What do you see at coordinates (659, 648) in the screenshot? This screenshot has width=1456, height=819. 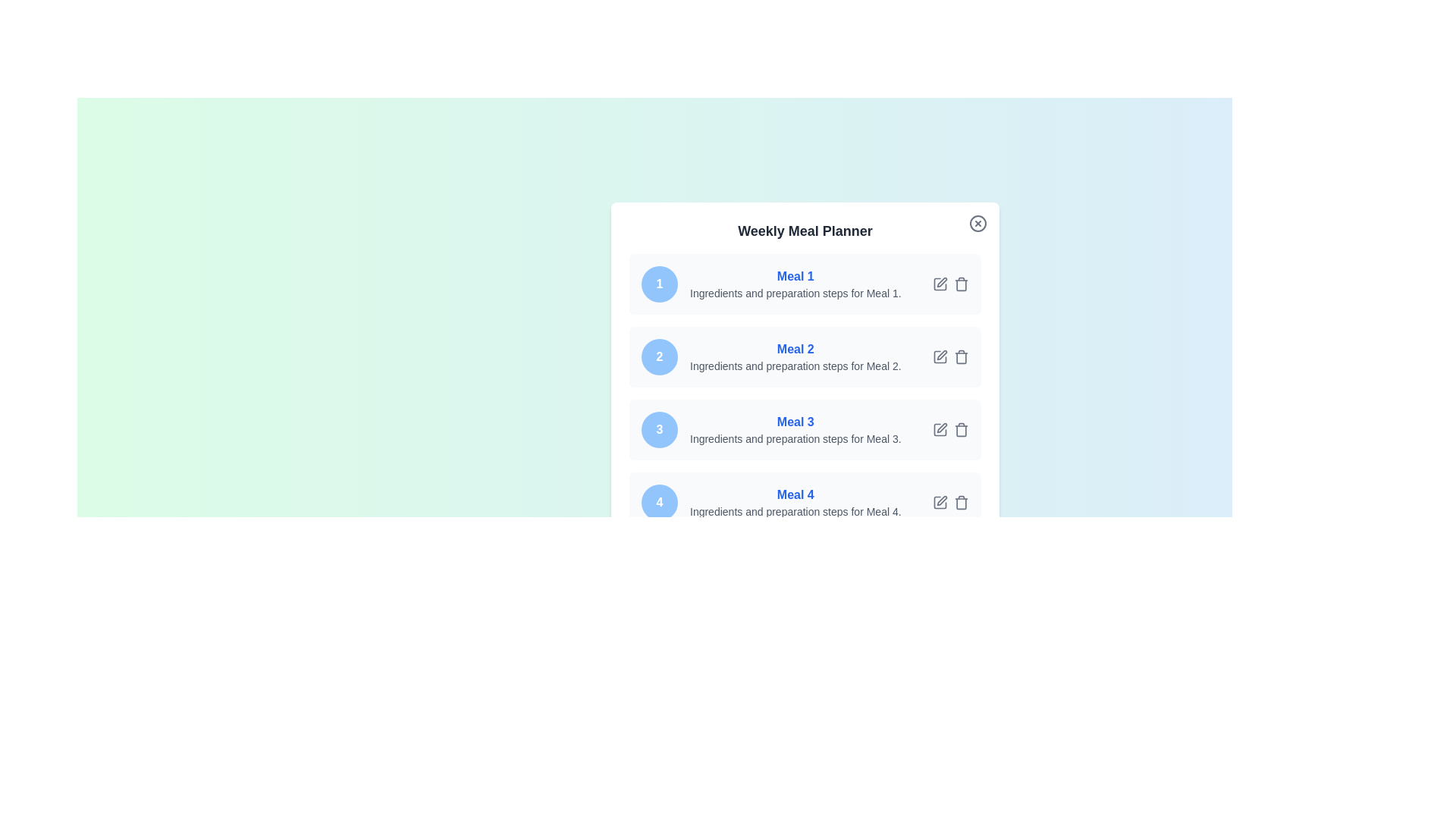 I see `the day indicator for meal 6` at bounding box center [659, 648].